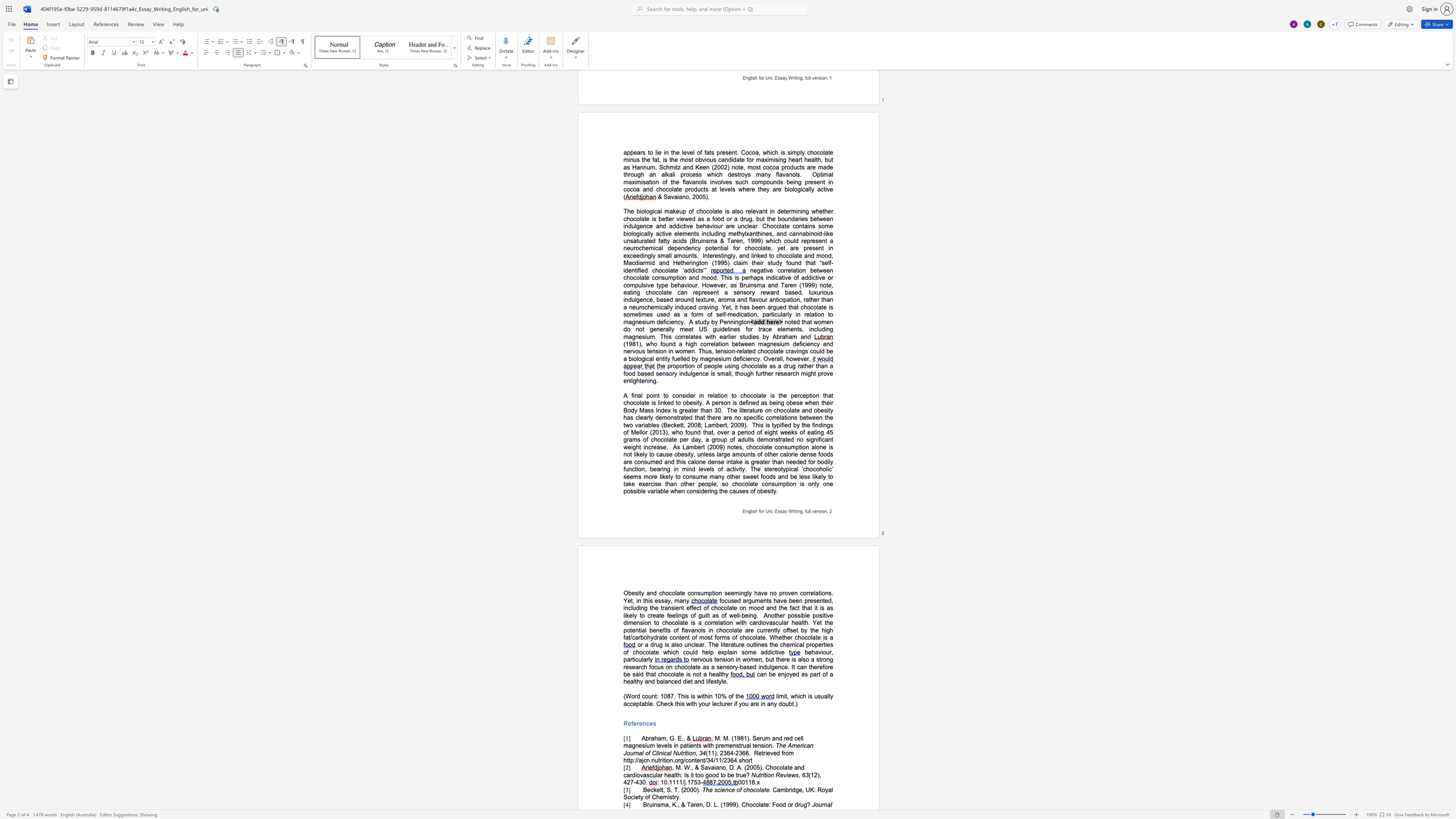 The width and height of the screenshot is (1456, 819). What do you see at coordinates (635, 593) in the screenshot?
I see `the space between the continuous character "e" and "s" in the text` at bounding box center [635, 593].